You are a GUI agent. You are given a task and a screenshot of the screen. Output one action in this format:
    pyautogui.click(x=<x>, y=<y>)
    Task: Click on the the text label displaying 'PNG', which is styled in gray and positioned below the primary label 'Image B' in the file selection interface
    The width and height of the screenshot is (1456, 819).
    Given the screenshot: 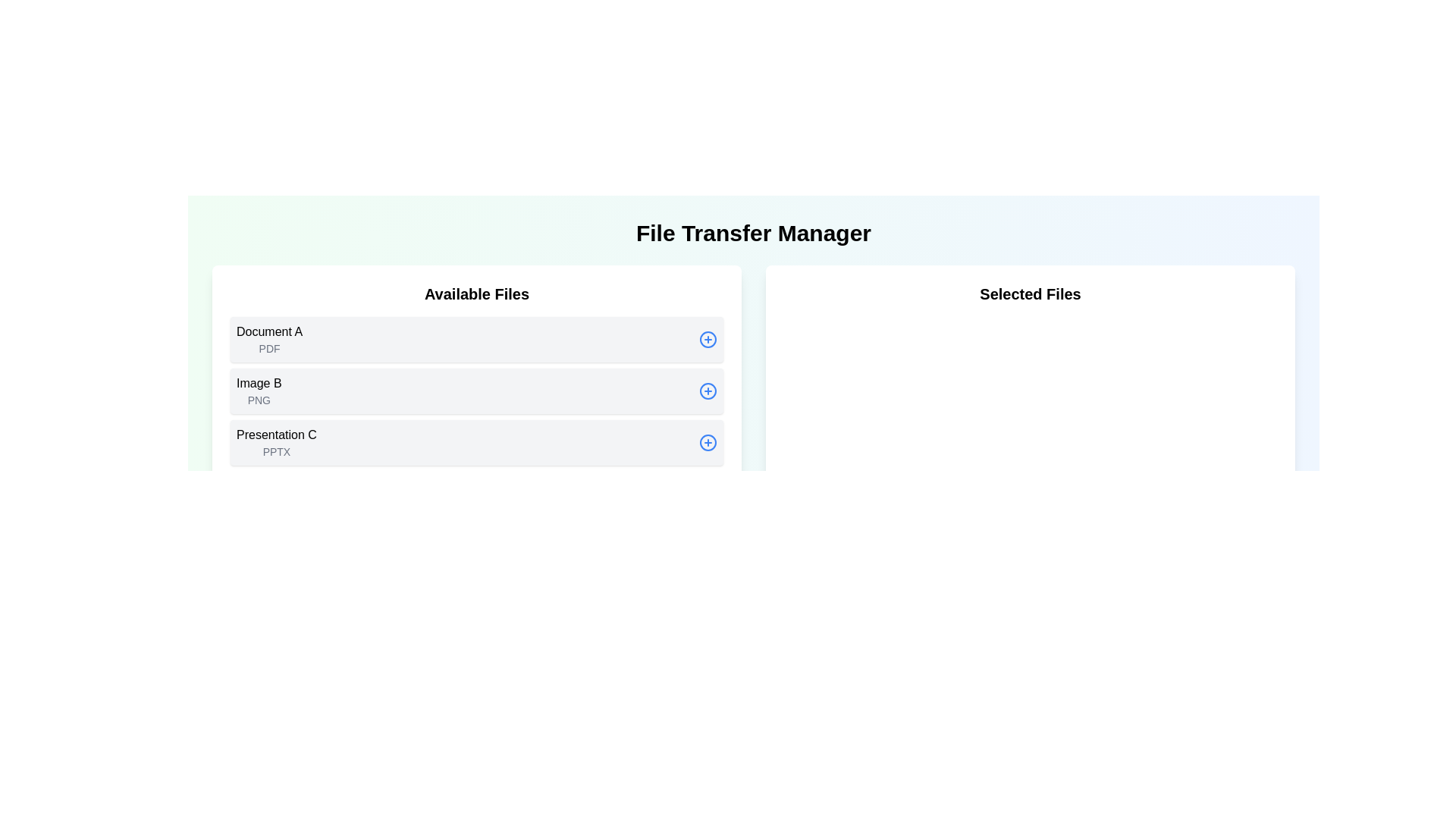 What is the action you would take?
    pyautogui.click(x=259, y=400)
    